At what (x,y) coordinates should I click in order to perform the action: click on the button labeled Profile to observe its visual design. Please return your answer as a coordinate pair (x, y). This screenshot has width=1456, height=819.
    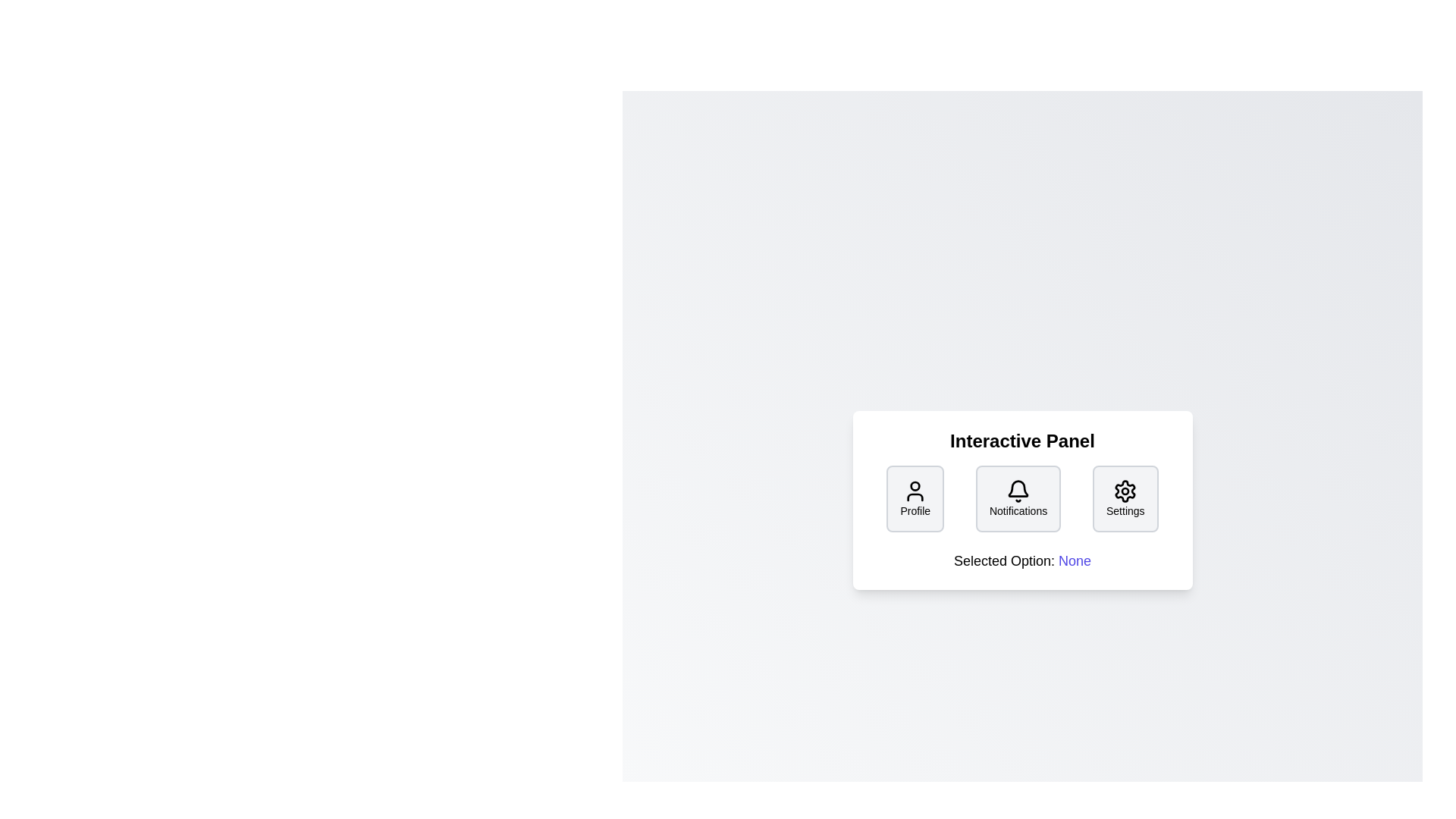
    Looking at the image, I should click on (915, 499).